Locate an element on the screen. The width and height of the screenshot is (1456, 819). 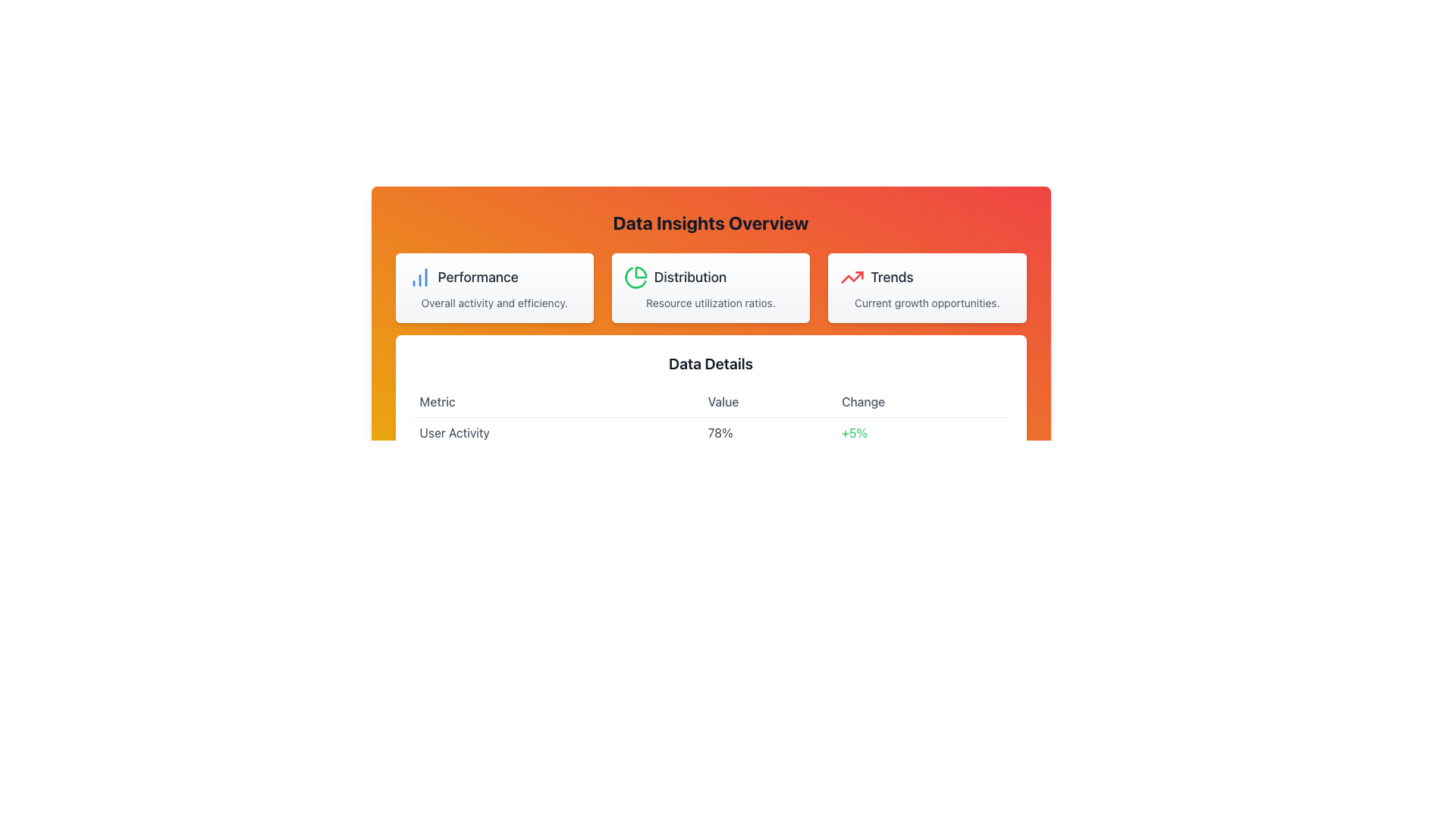
the 'Performance' text label, which is styled in a larger, bold dark gray font and has a small blue bar chart icon to its left, located at the top-left of the first card in a series of three horizontal cards is located at coordinates (494, 278).